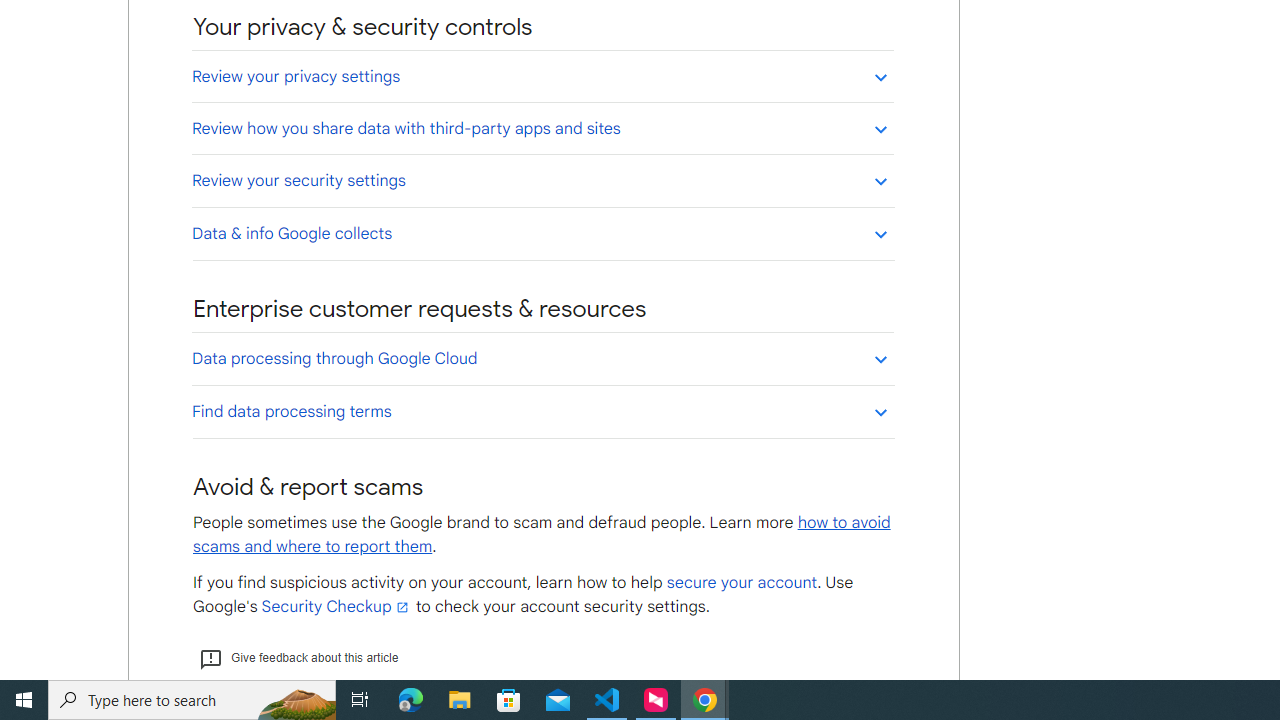  Describe the element at coordinates (542, 410) in the screenshot. I see `'Find data processing terms'` at that location.